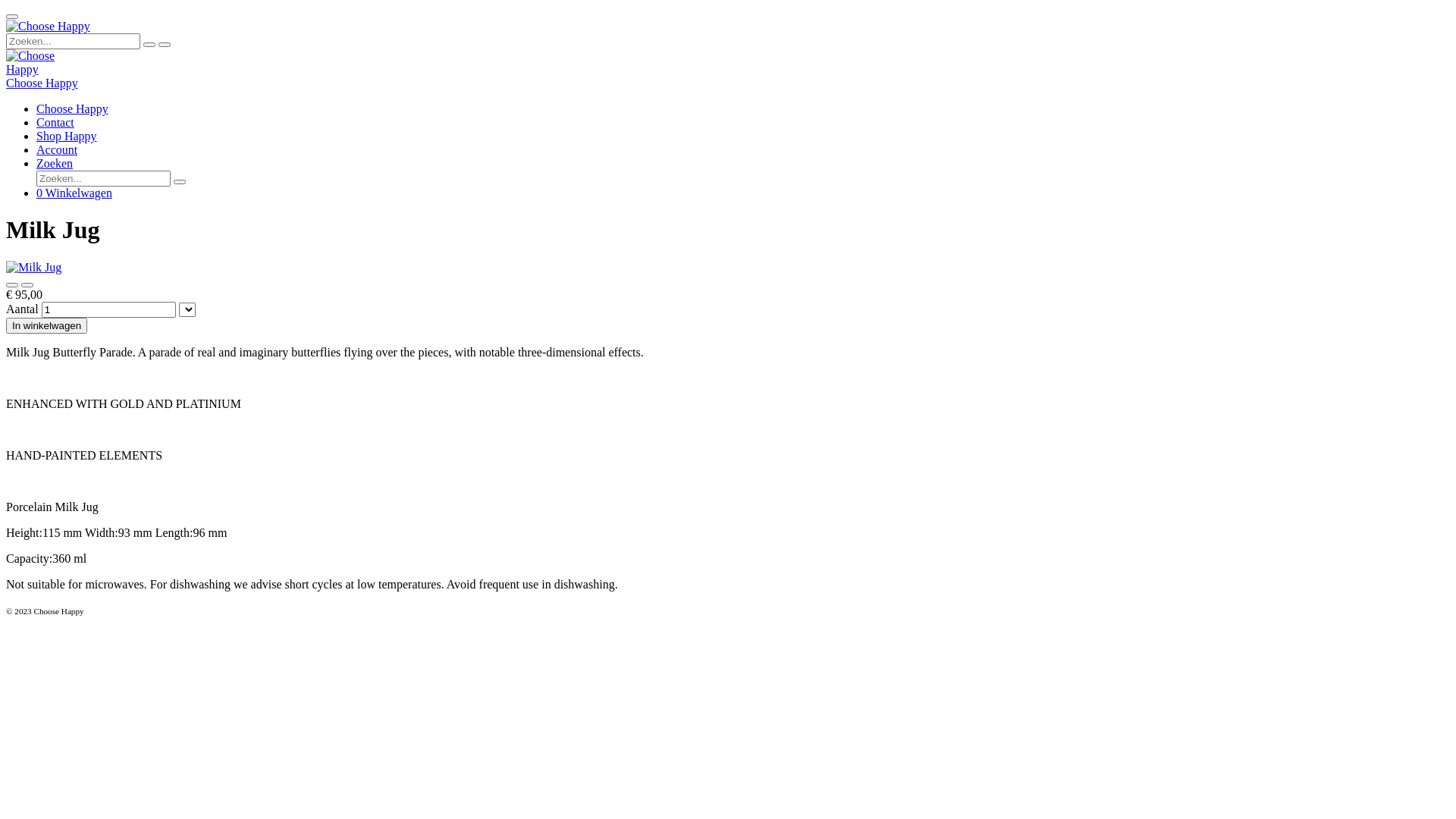  Describe the element at coordinates (36, 192) in the screenshot. I see `'0 Winkelwagen'` at that location.